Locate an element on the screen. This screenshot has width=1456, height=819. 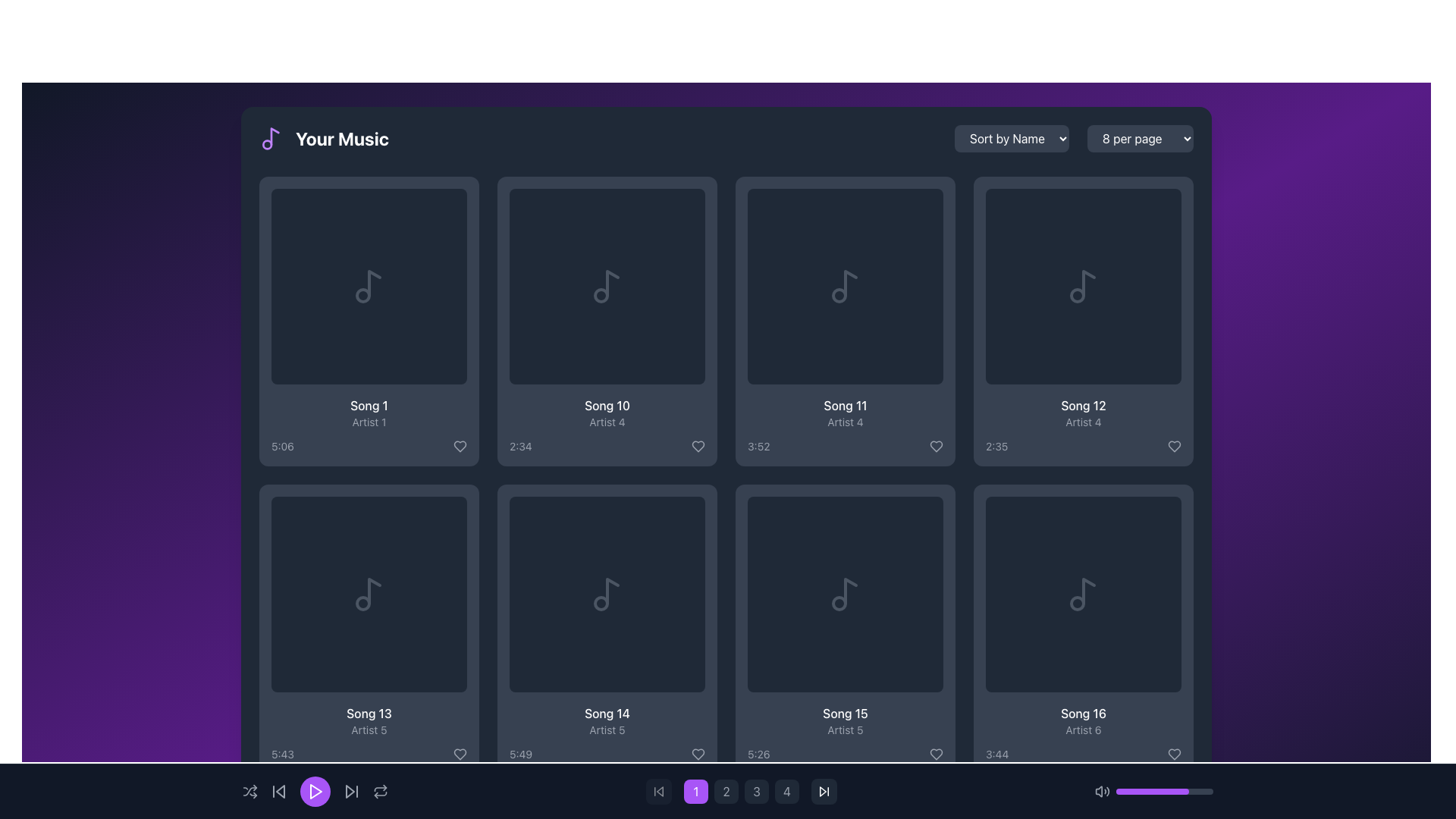
the button with a dark gray background and white text reading 'Sort by Name' located in the upper-right corner of the main content area is located at coordinates (1012, 138).